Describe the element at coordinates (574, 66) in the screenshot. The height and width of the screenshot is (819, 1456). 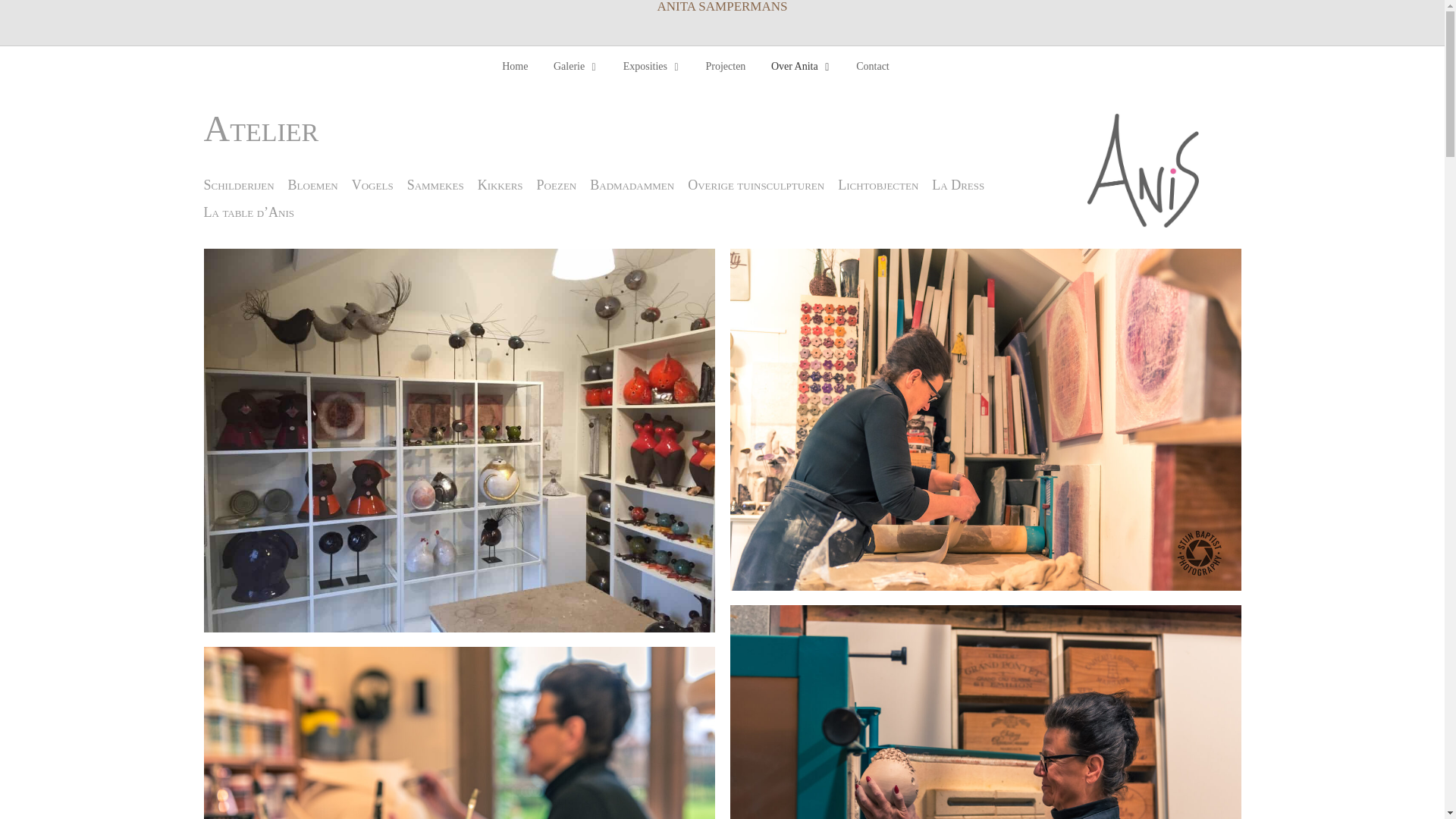
I see `'Galerie'` at that location.